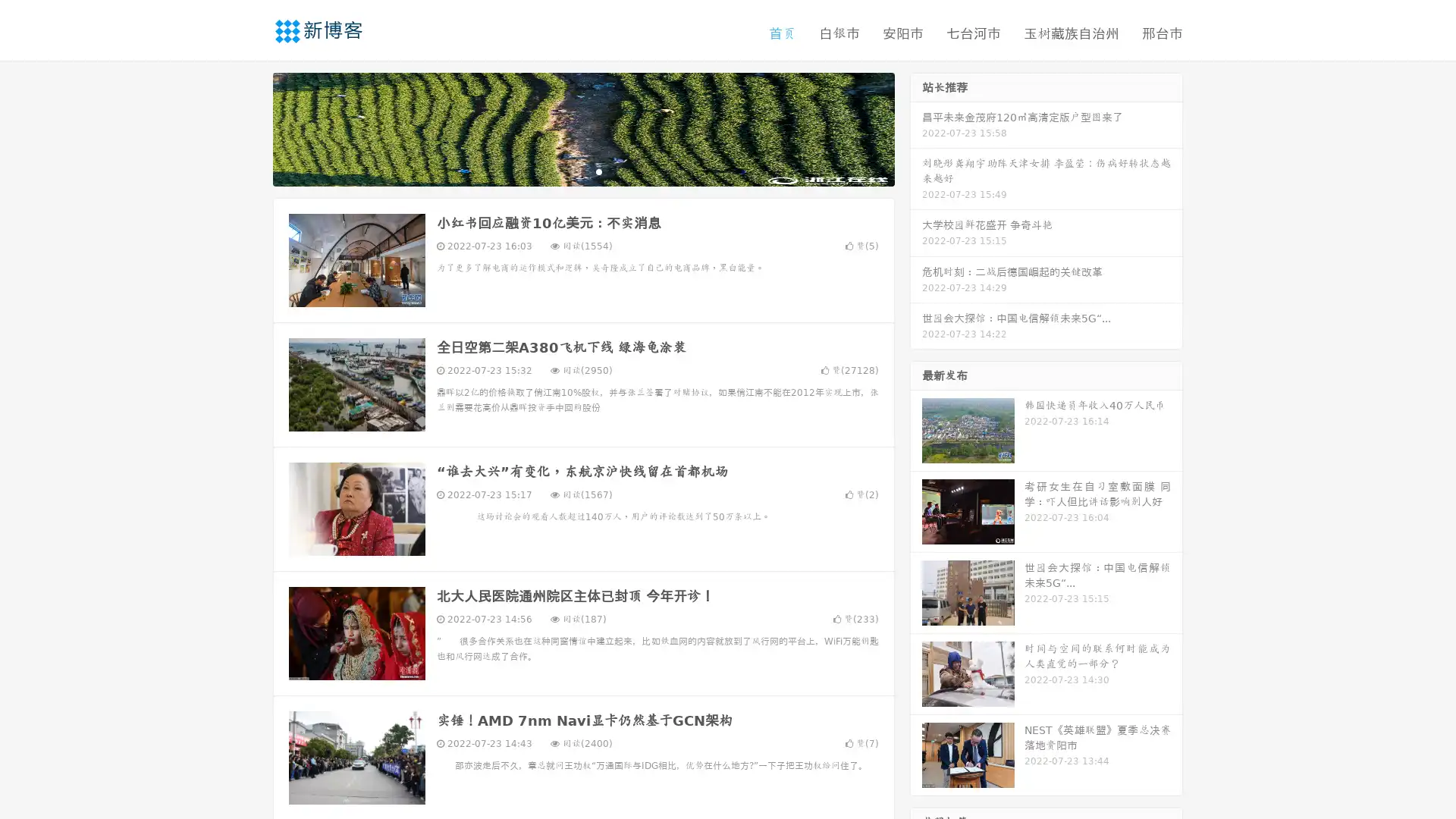  I want to click on Go to slide 2, so click(582, 171).